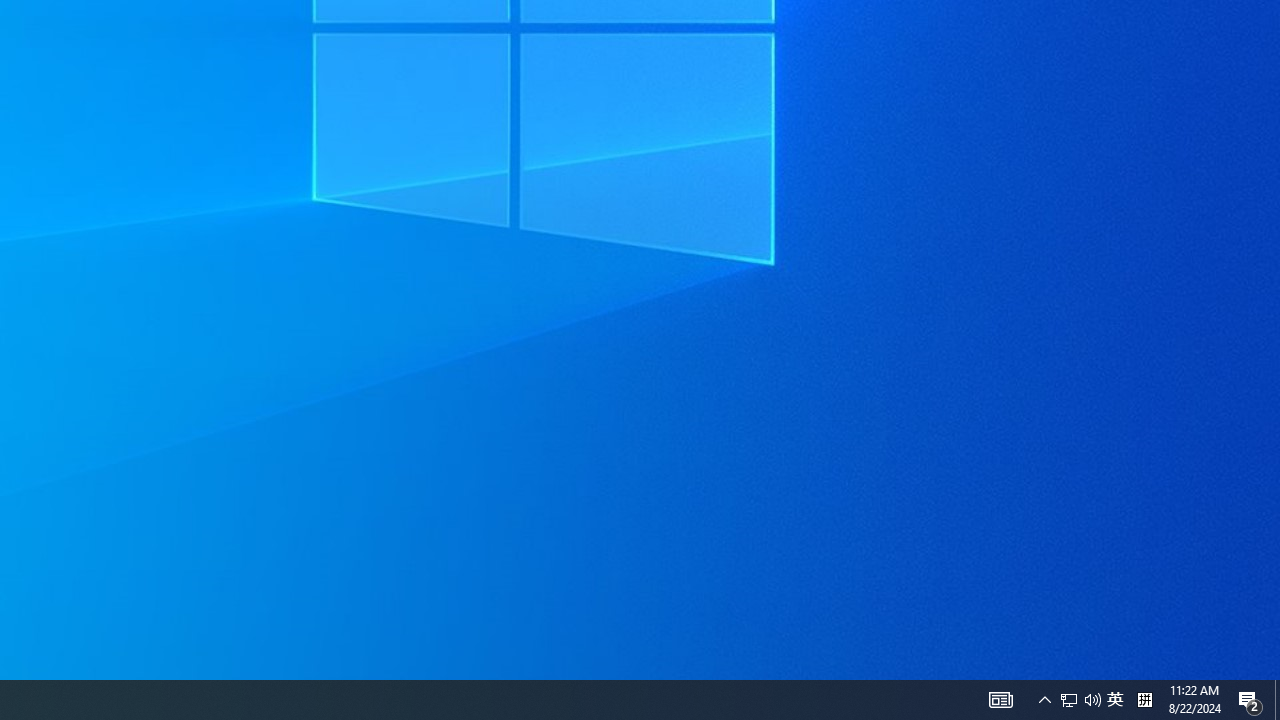 The image size is (1280, 720). Describe the element at coordinates (1092, 698) in the screenshot. I see `'Q2790: 100%'` at that location.